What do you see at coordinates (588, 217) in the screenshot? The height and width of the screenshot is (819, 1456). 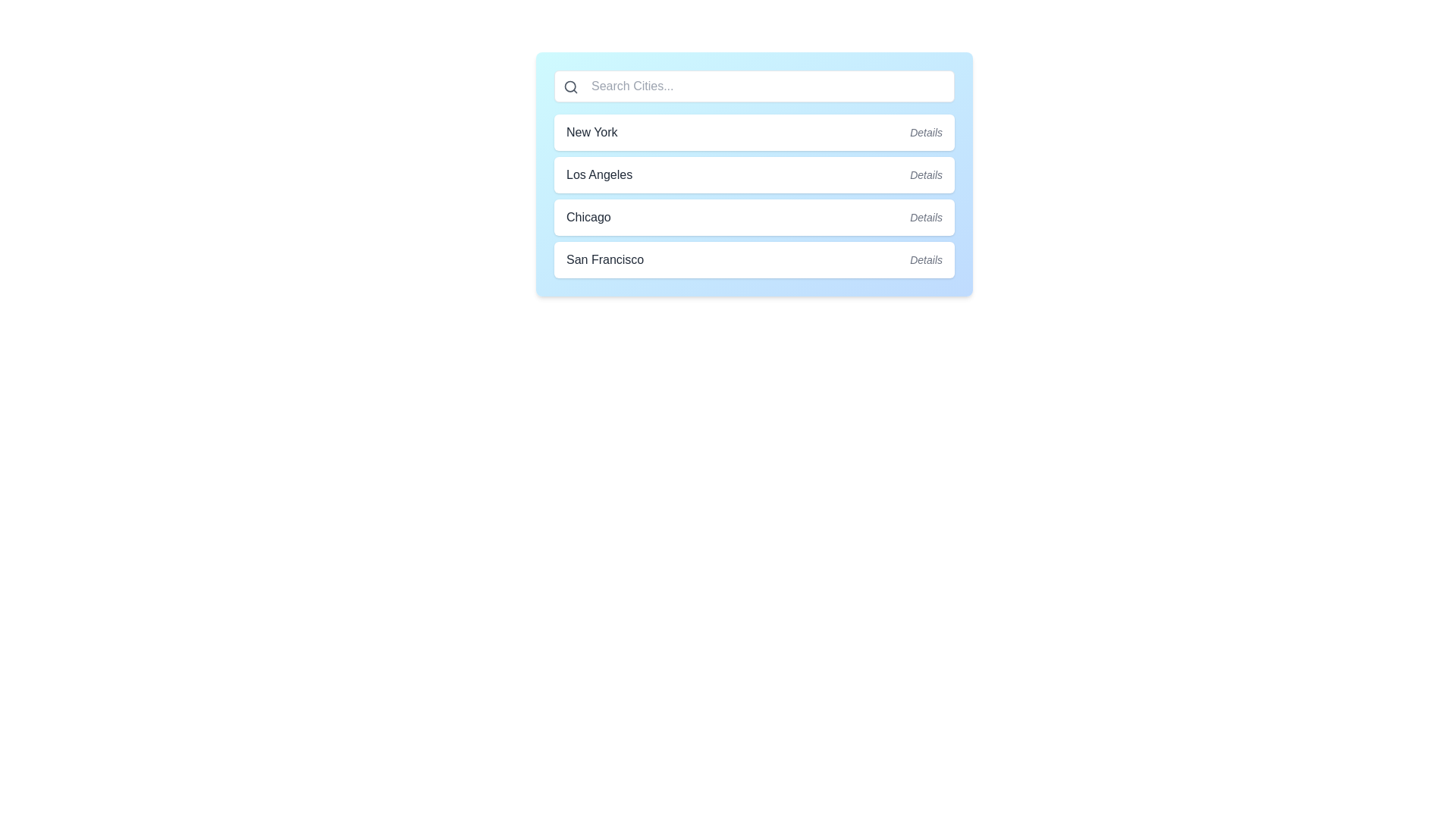 I see `text displayed in the 'Chicago' text label, which is the third entry in a list of selectable city names, located to the left of the 'Details' label` at bounding box center [588, 217].